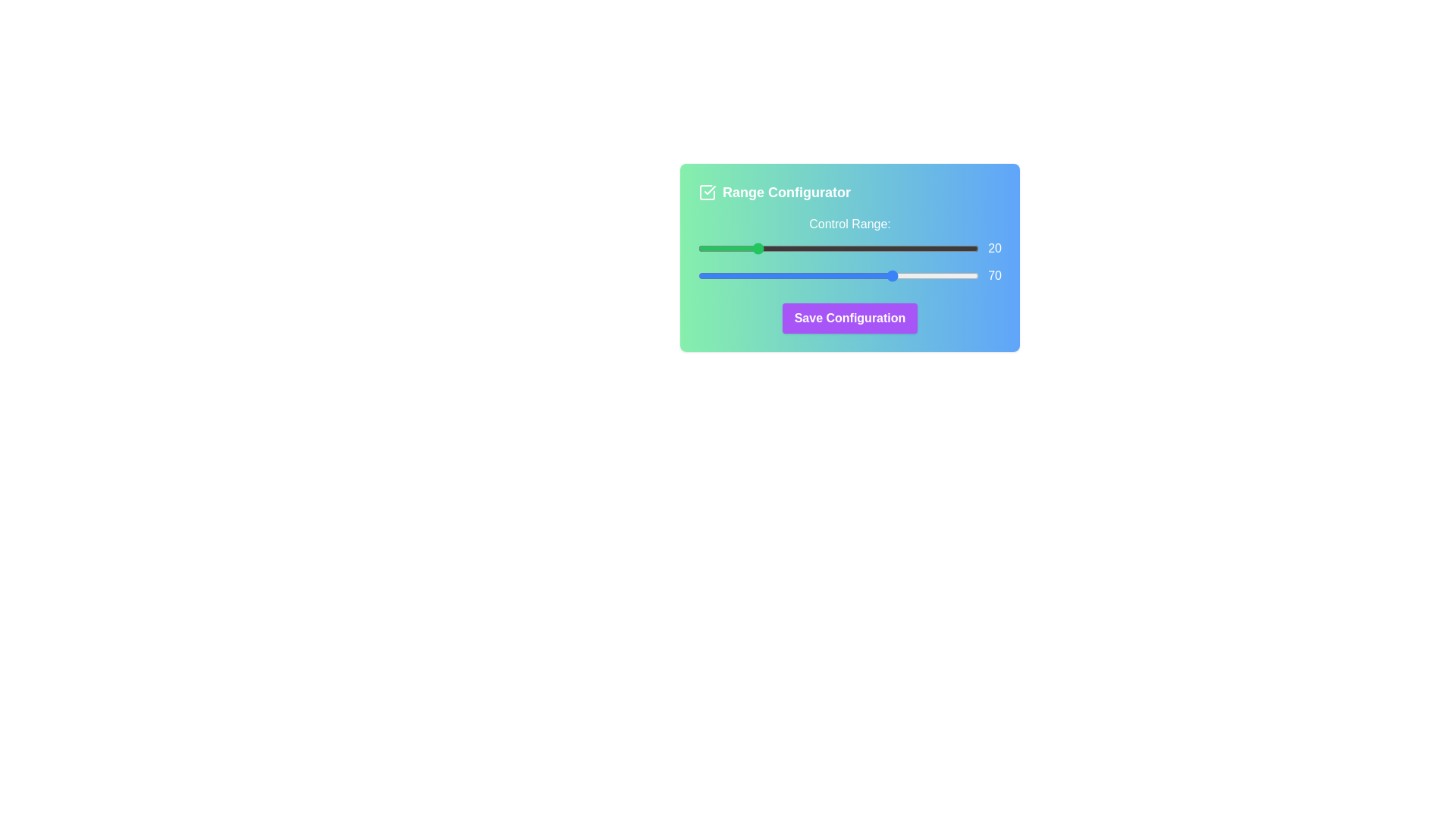  What do you see at coordinates (850, 318) in the screenshot?
I see `the 'Save Configuration' button to observe hover effects` at bounding box center [850, 318].